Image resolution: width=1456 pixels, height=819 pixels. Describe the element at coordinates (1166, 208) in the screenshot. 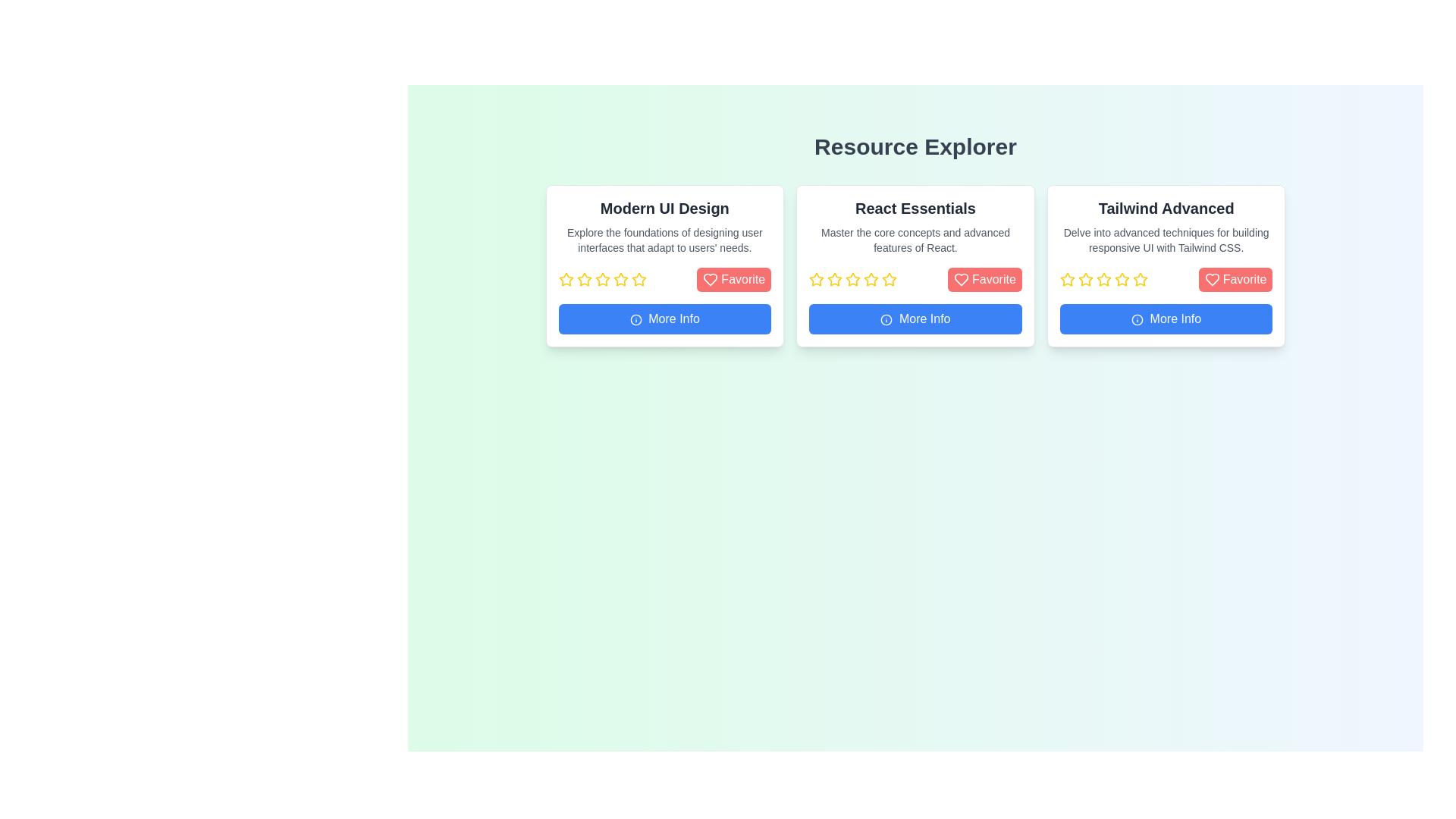

I see `text label that serves as the title of the rightmost card, summarizing the content about advanced techniques in Tailwind CSS` at that location.